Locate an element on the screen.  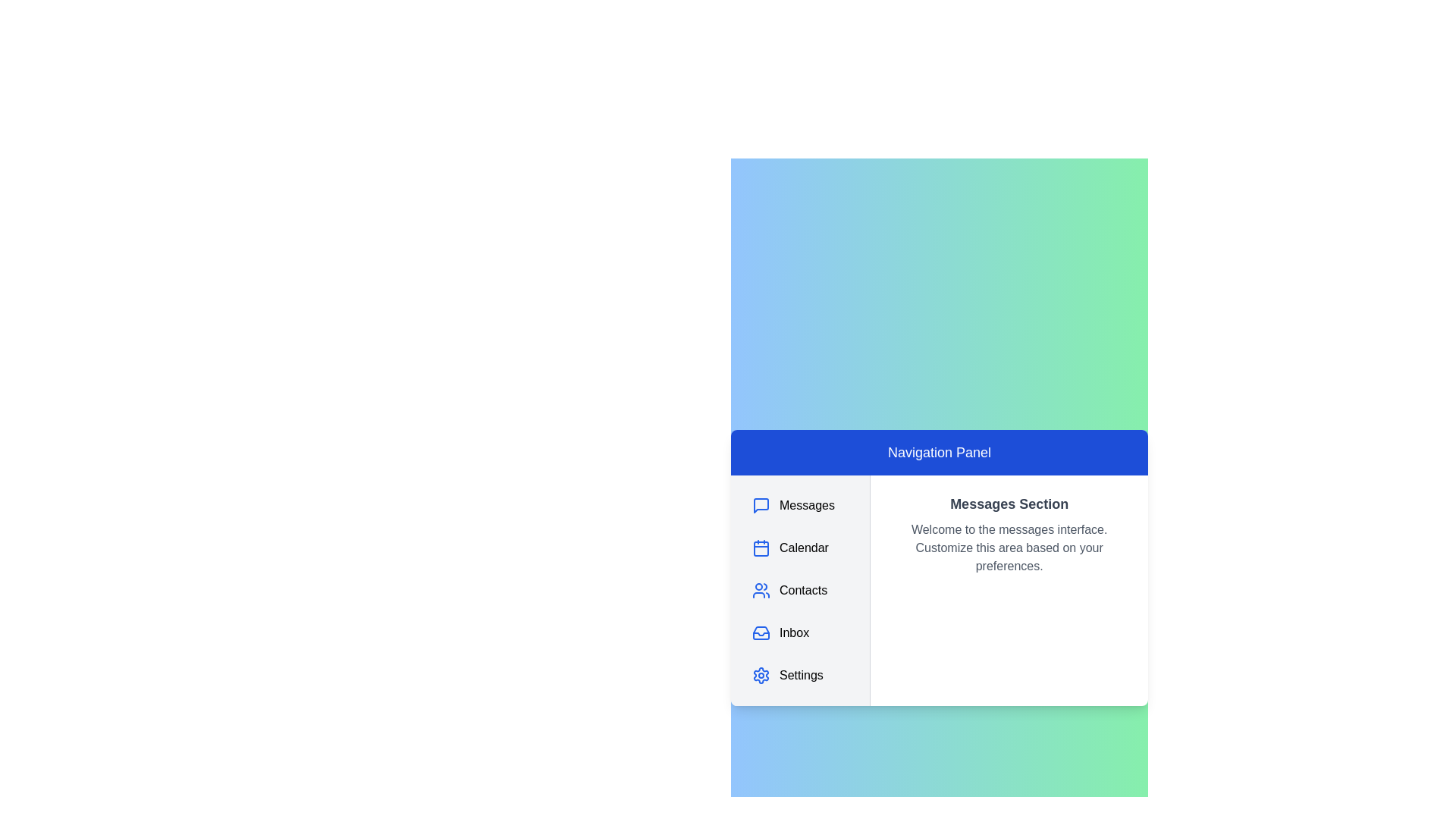
the Inbox section by clicking its icon in the navigation panel is located at coordinates (761, 632).